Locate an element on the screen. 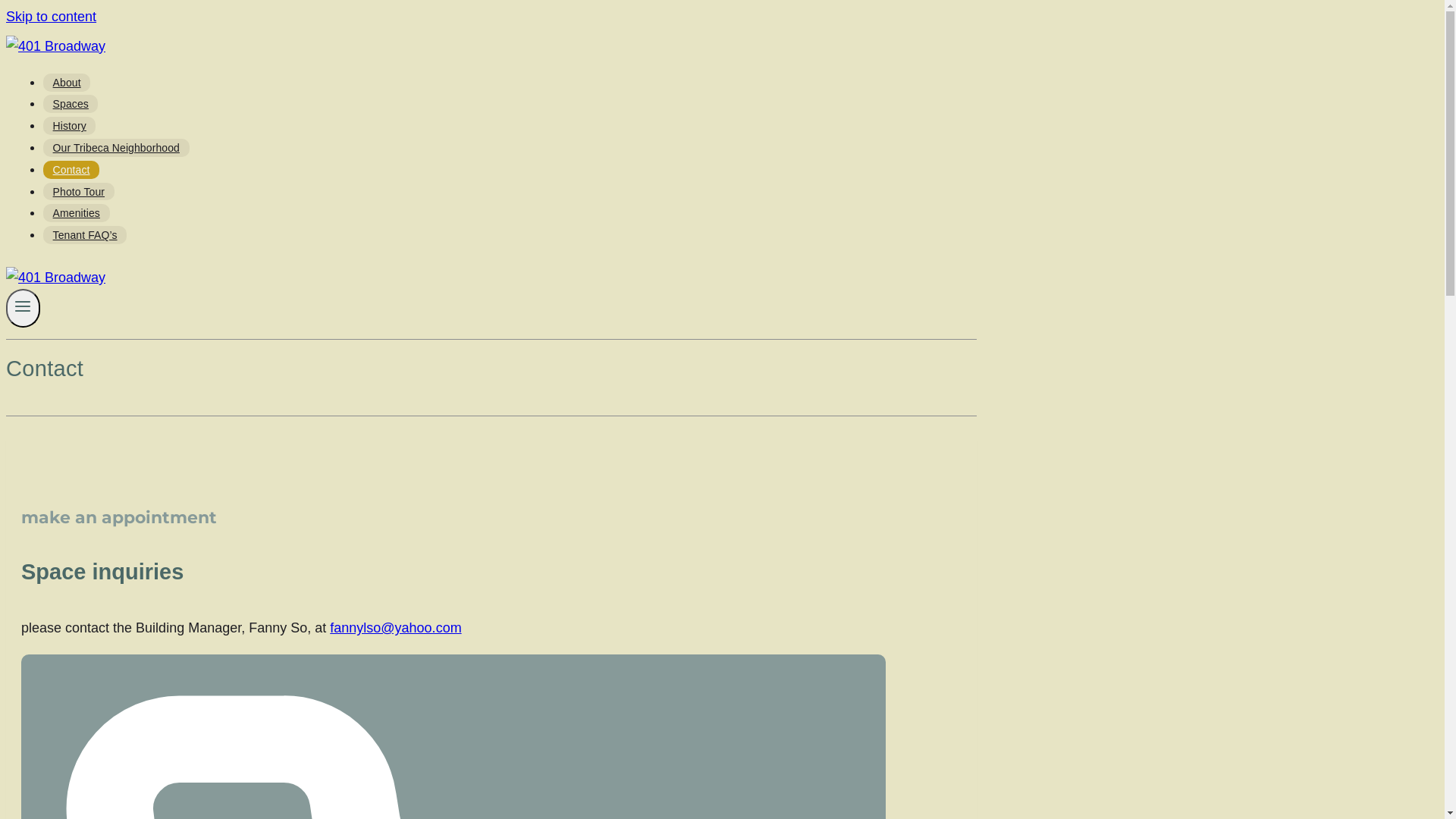 Image resolution: width=1456 pixels, height=819 pixels. 'Contact' is located at coordinates (71, 169).